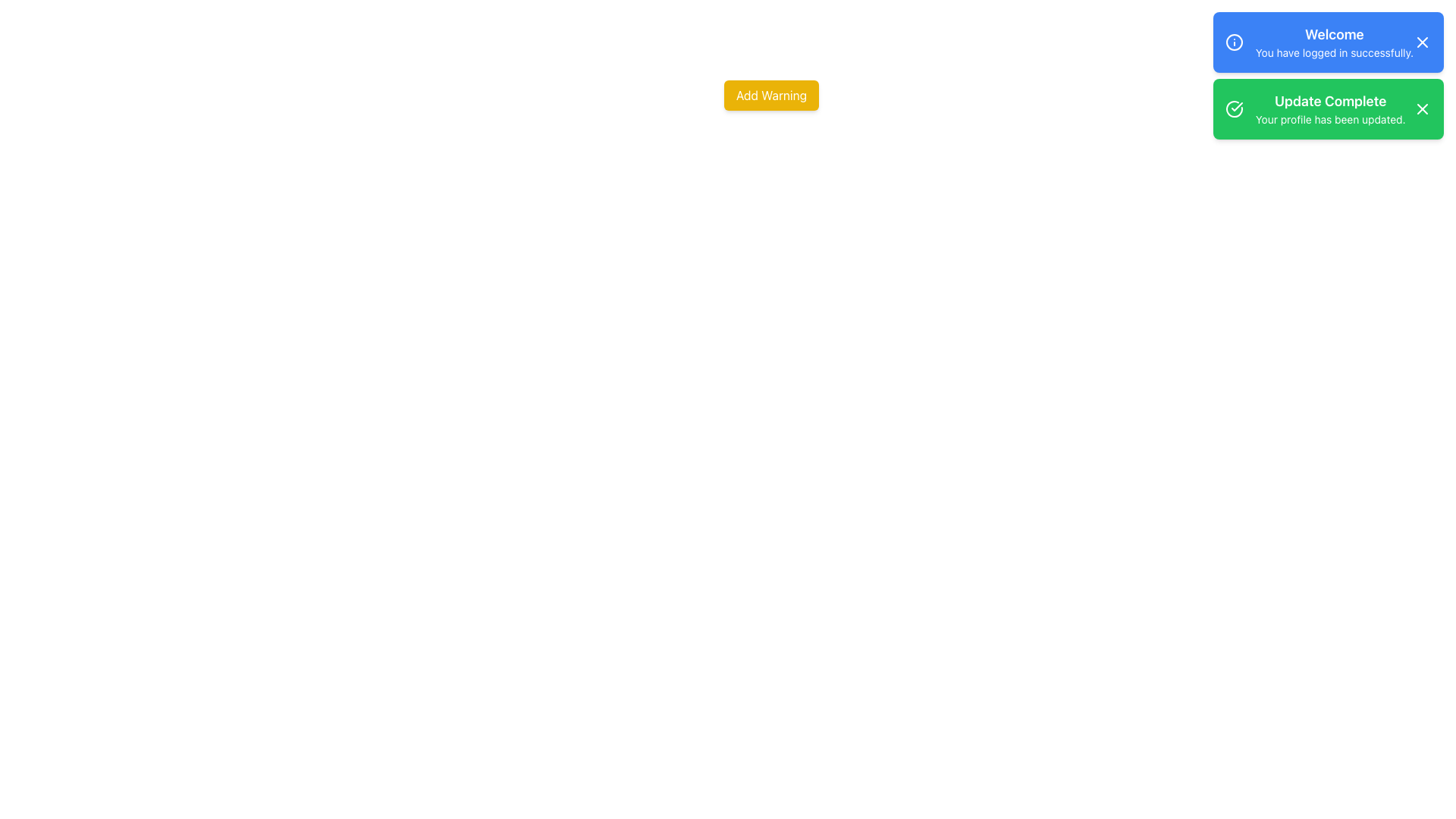 This screenshot has height=819, width=1456. What do you see at coordinates (1234, 42) in the screenshot?
I see `the circular icon styled with a ring perimeter within the blue notification box labeled 'Welcome'` at bounding box center [1234, 42].